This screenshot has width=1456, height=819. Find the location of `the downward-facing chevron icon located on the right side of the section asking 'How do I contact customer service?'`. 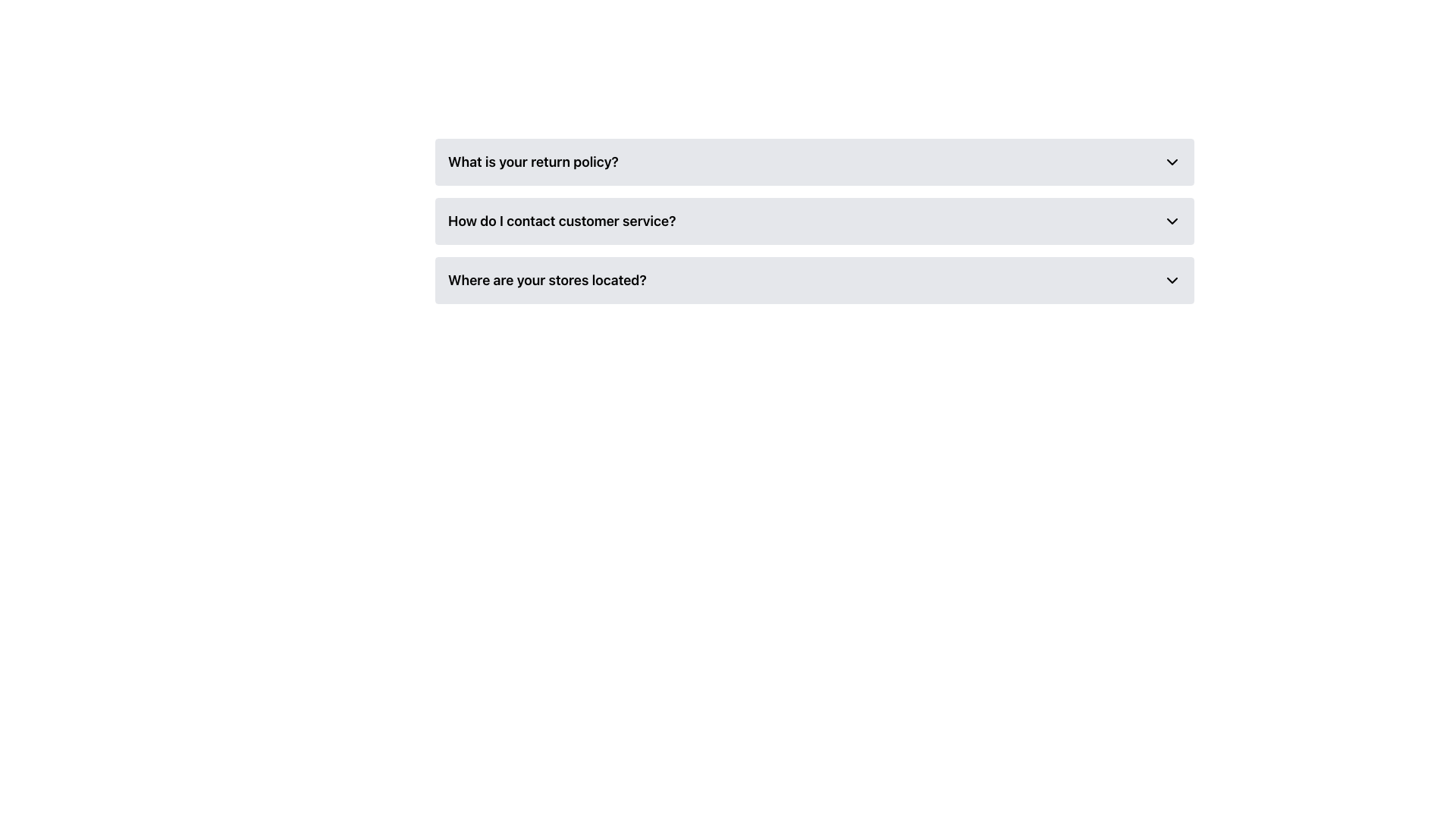

the downward-facing chevron icon located on the right side of the section asking 'How do I contact customer service?' is located at coordinates (1171, 221).